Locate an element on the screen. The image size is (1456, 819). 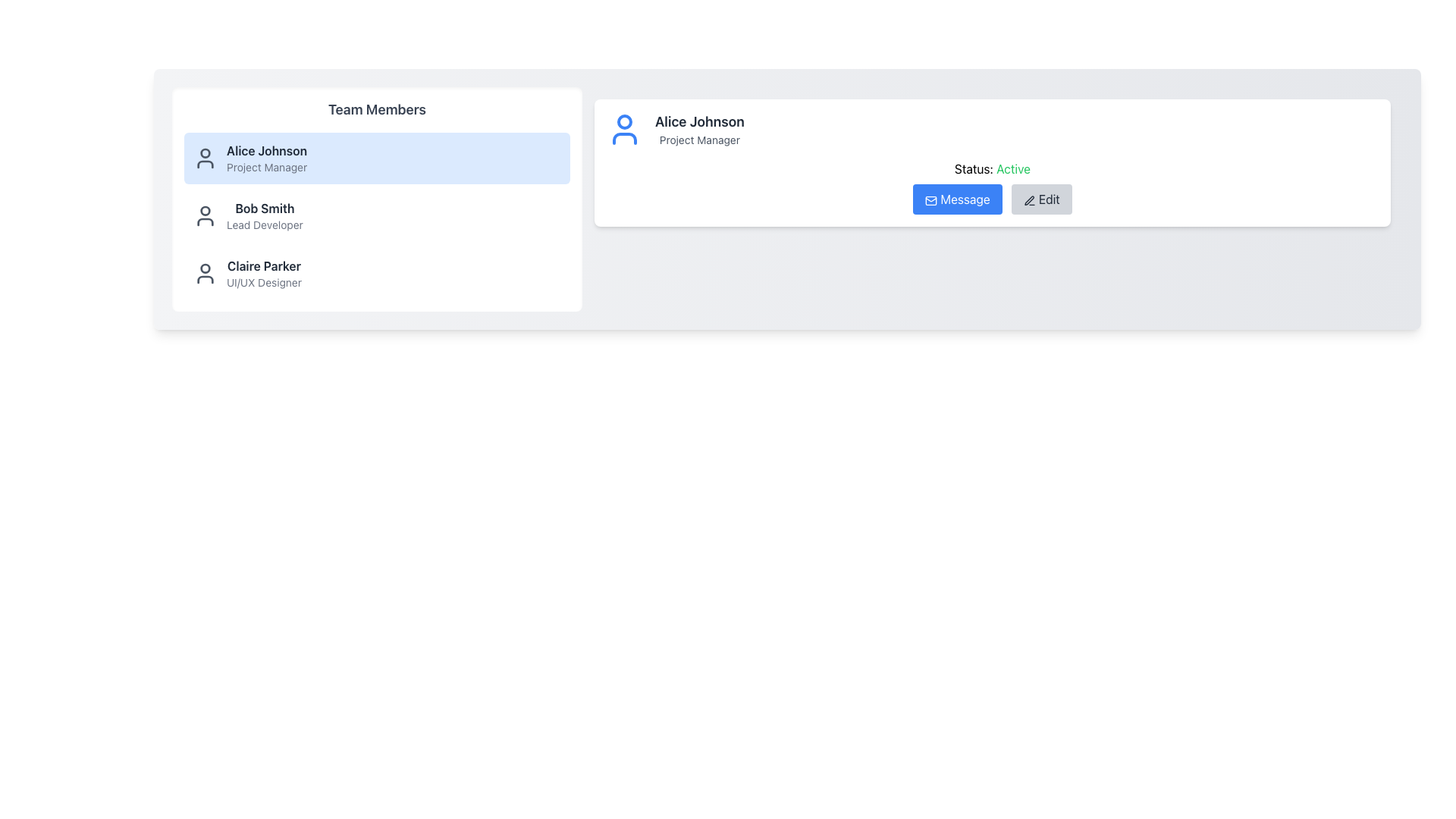
the envelope icon within the 'Message' button, which has a blue background and white text, located to the left of the 'Edit' button is located at coordinates (930, 199).